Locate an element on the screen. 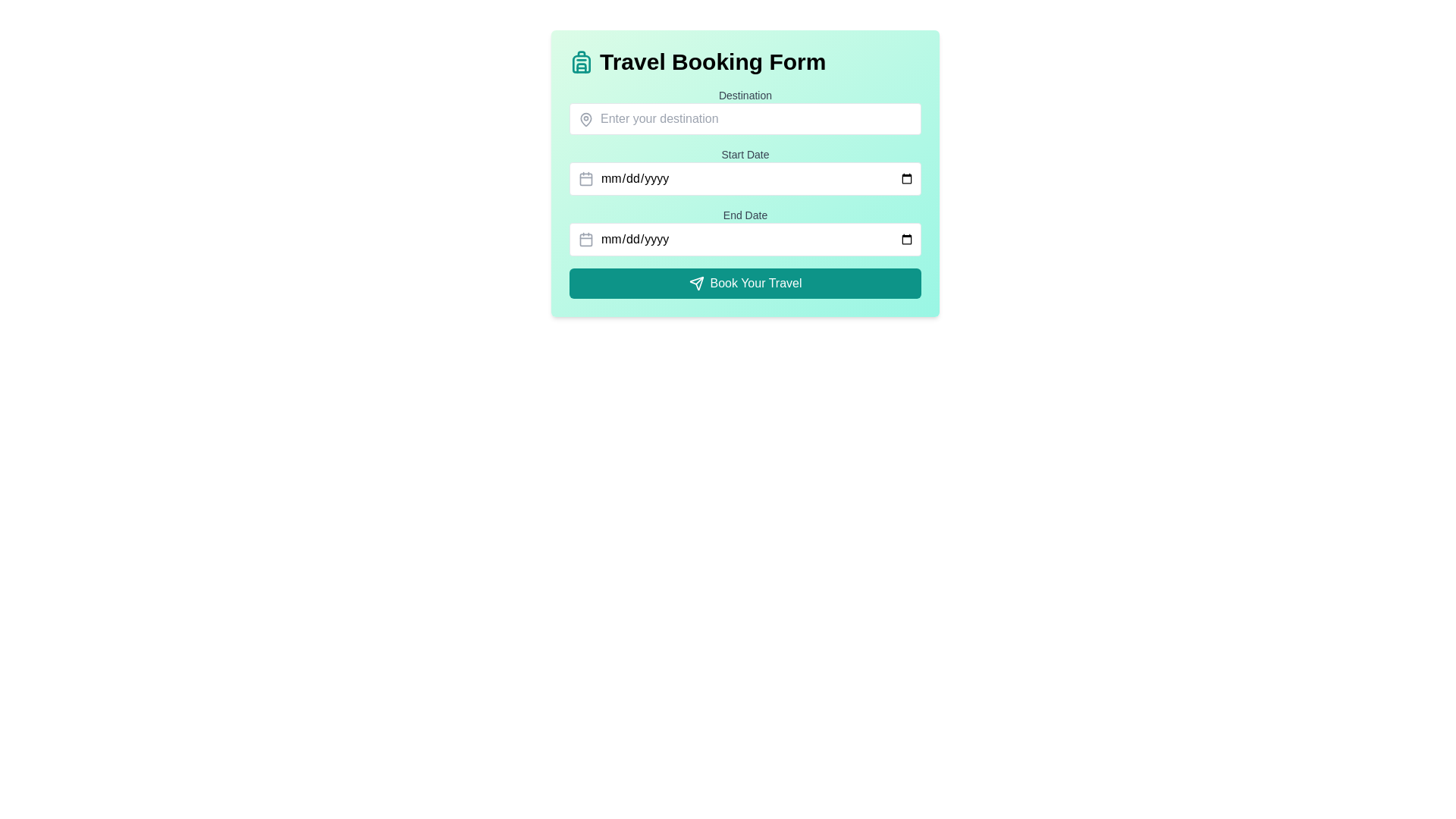 Image resolution: width=1456 pixels, height=819 pixels. the pin icon located inside the input field labeled 'Destination', which is positioned above the 'Start Date' field is located at coordinates (585, 119).